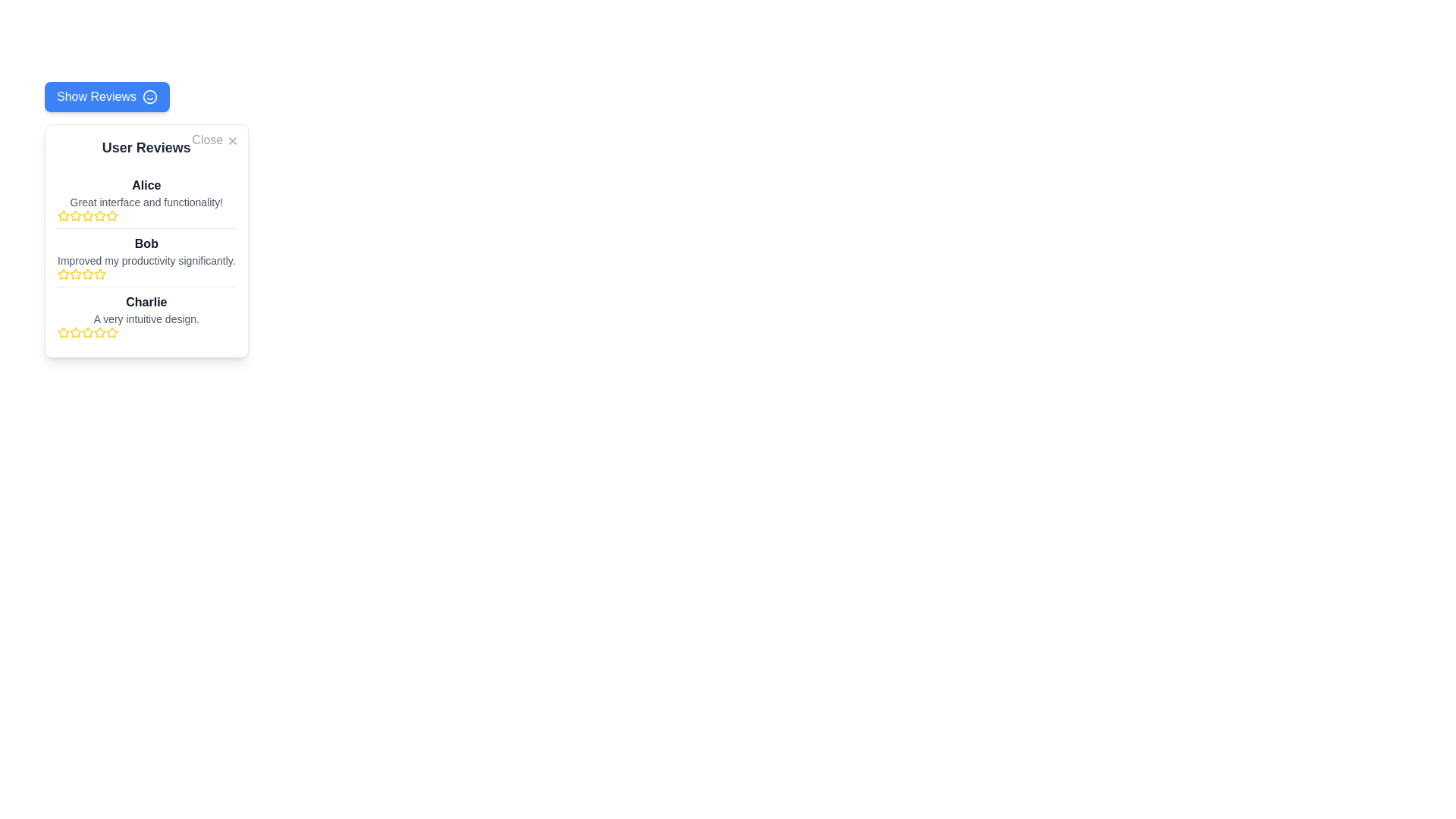 The width and height of the screenshot is (1456, 819). I want to click on the leftmost yellow star in the rating row beneath the review titled 'Alice', so click(61, 215).